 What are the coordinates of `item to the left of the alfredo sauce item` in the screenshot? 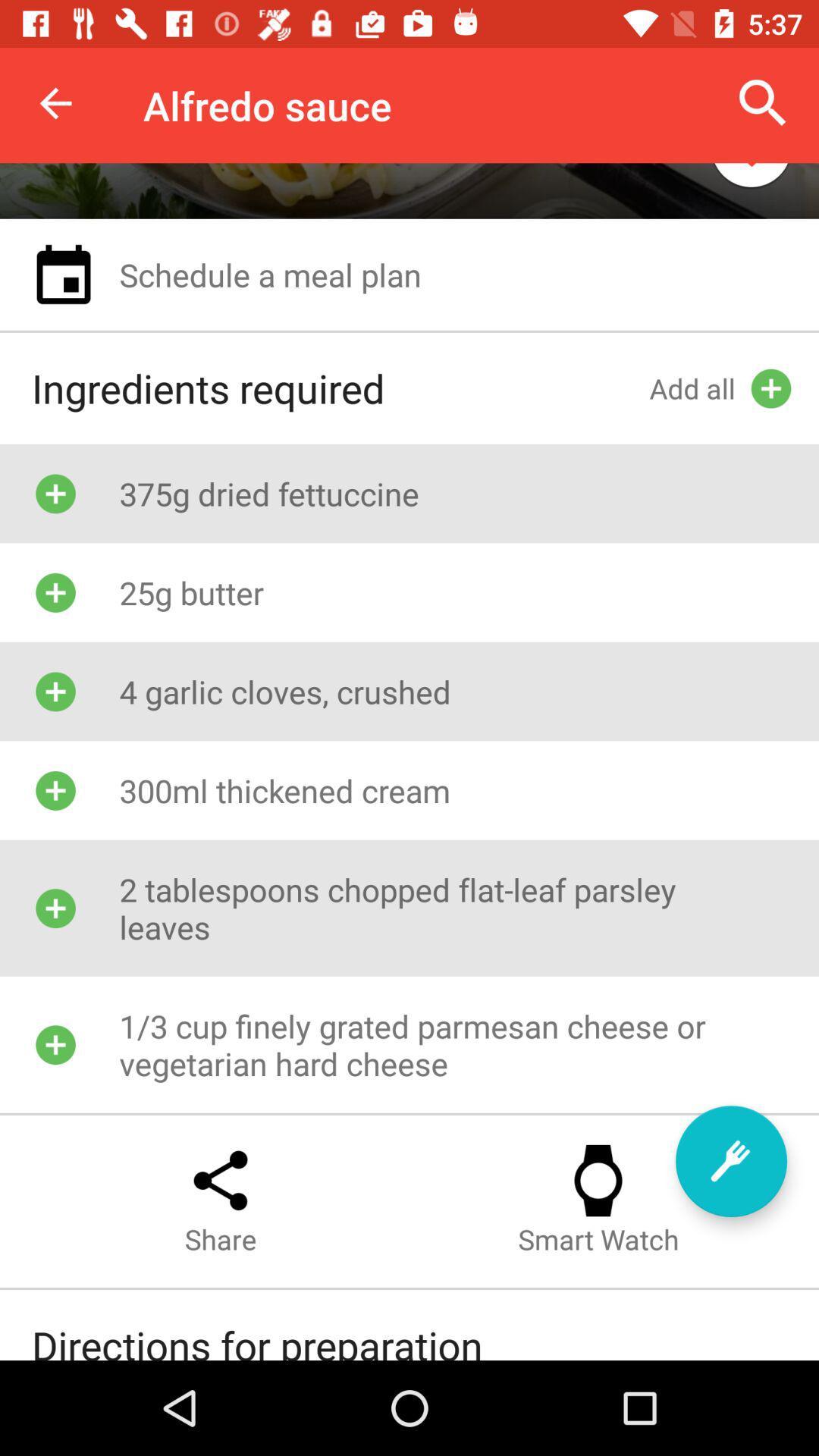 It's located at (55, 102).